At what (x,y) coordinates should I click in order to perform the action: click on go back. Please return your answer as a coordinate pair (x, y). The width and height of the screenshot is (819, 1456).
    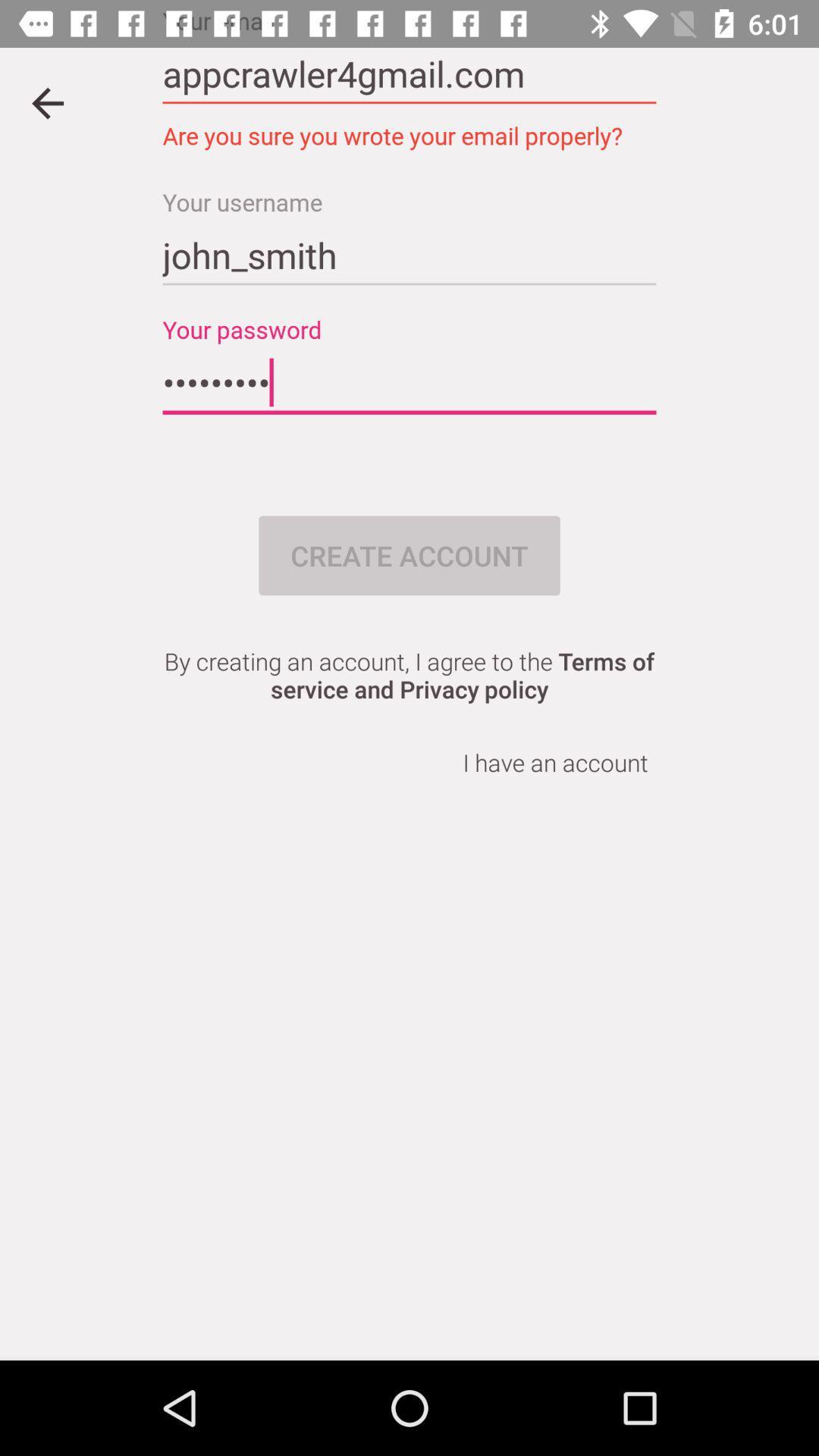
    Looking at the image, I should click on (46, 102).